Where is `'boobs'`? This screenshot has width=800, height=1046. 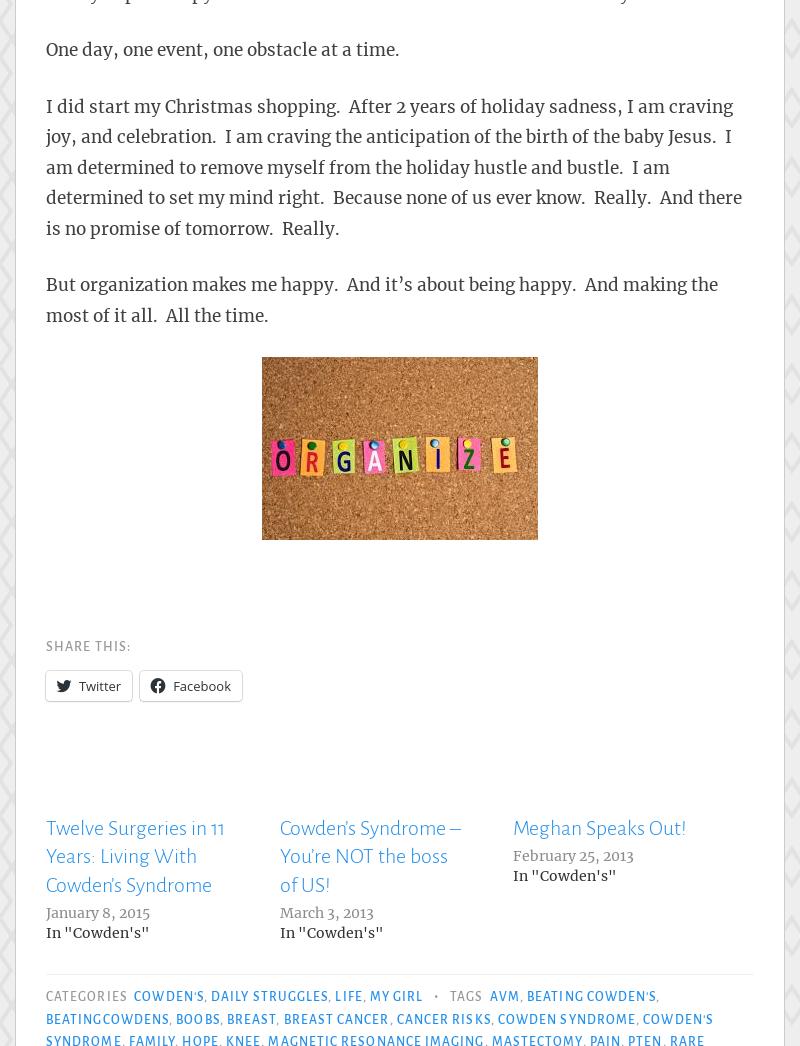
'boobs' is located at coordinates (196, 1019).